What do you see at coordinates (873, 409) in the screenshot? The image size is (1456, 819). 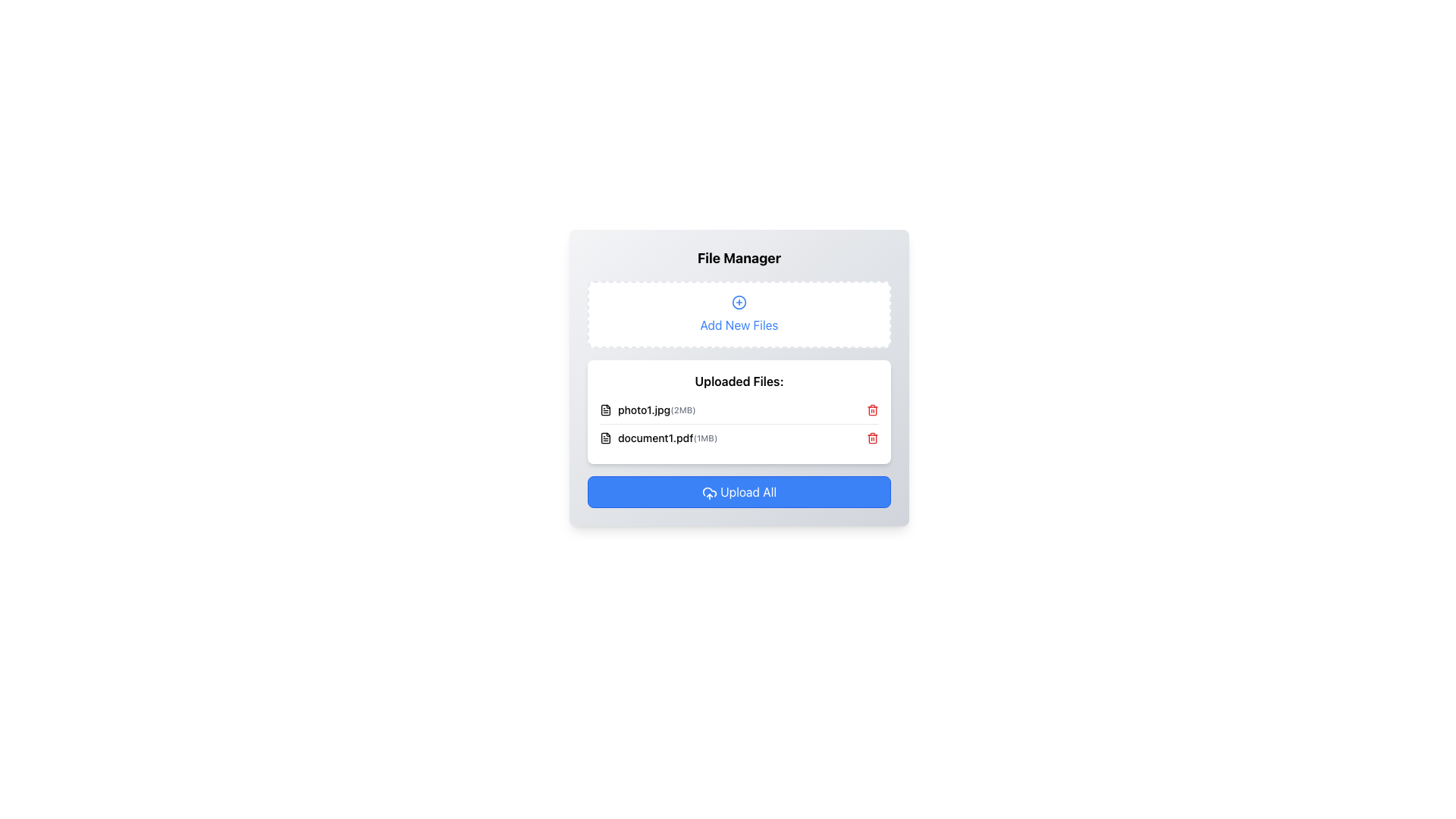 I see `the red trashcan icon located in the 'Uploaded Files' section next to the filename 'photo1.jpg'` at bounding box center [873, 409].